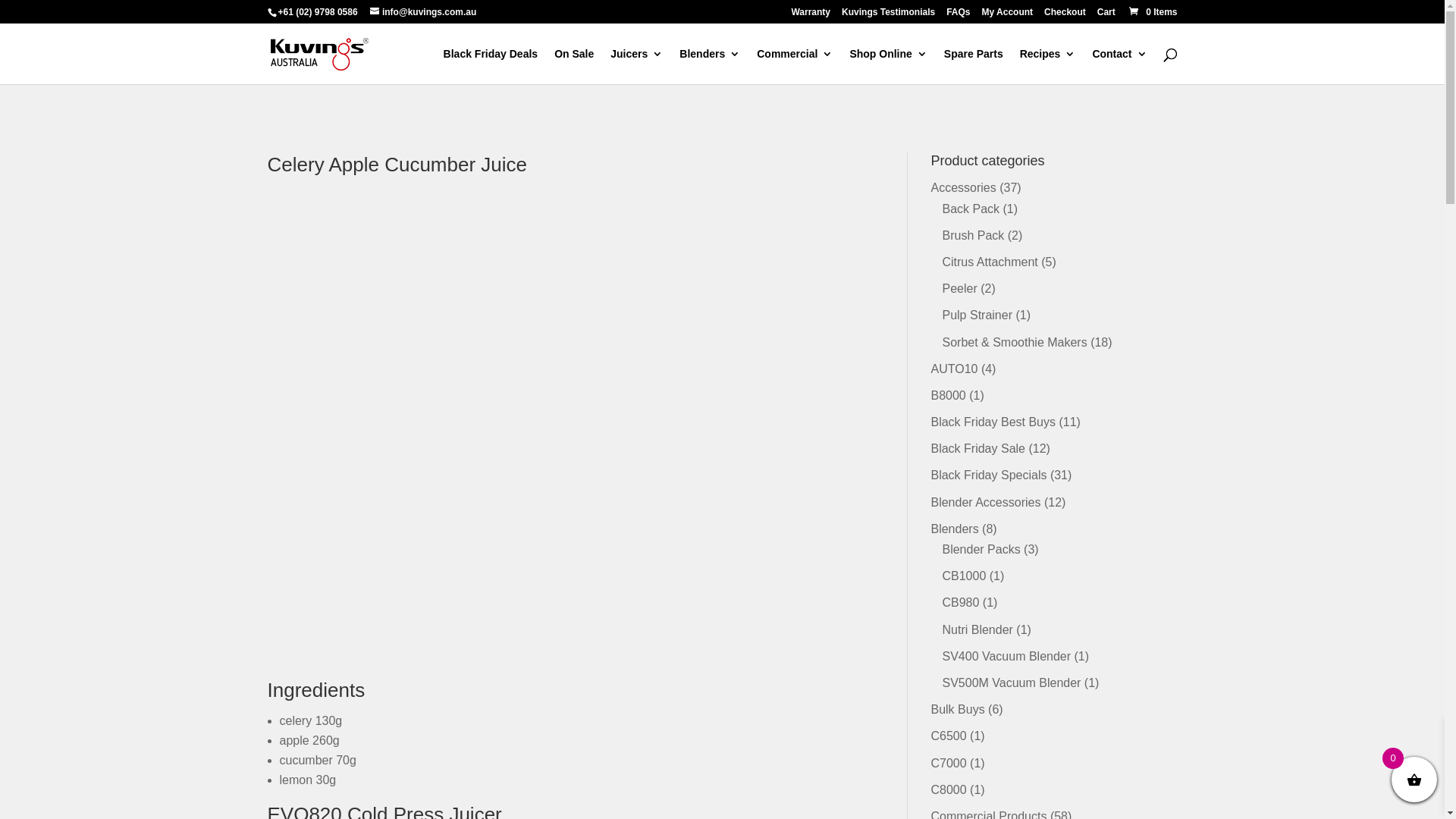  What do you see at coordinates (810, 15) in the screenshot?
I see `'Warranty'` at bounding box center [810, 15].